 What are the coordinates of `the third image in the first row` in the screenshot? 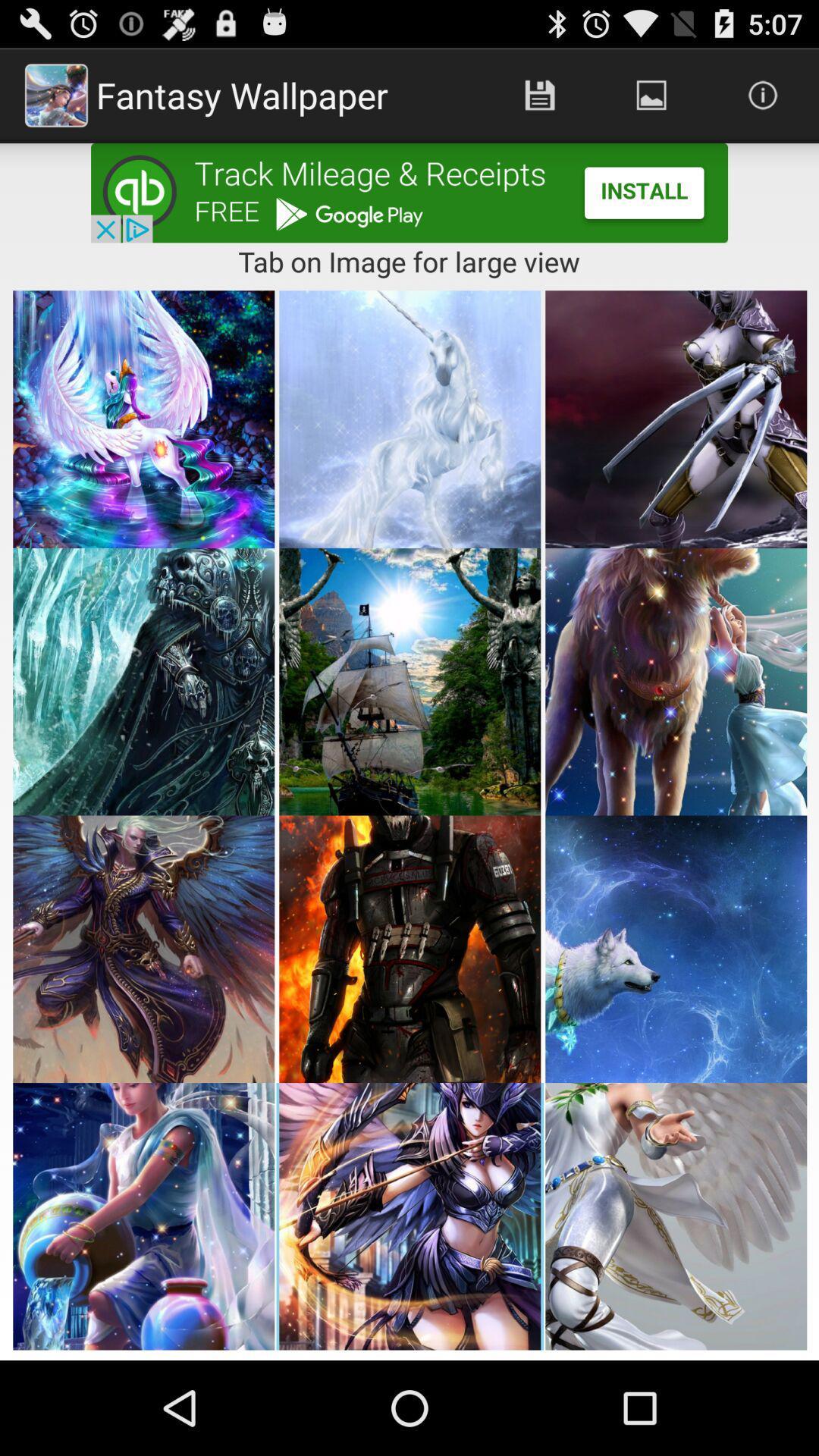 It's located at (675, 419).